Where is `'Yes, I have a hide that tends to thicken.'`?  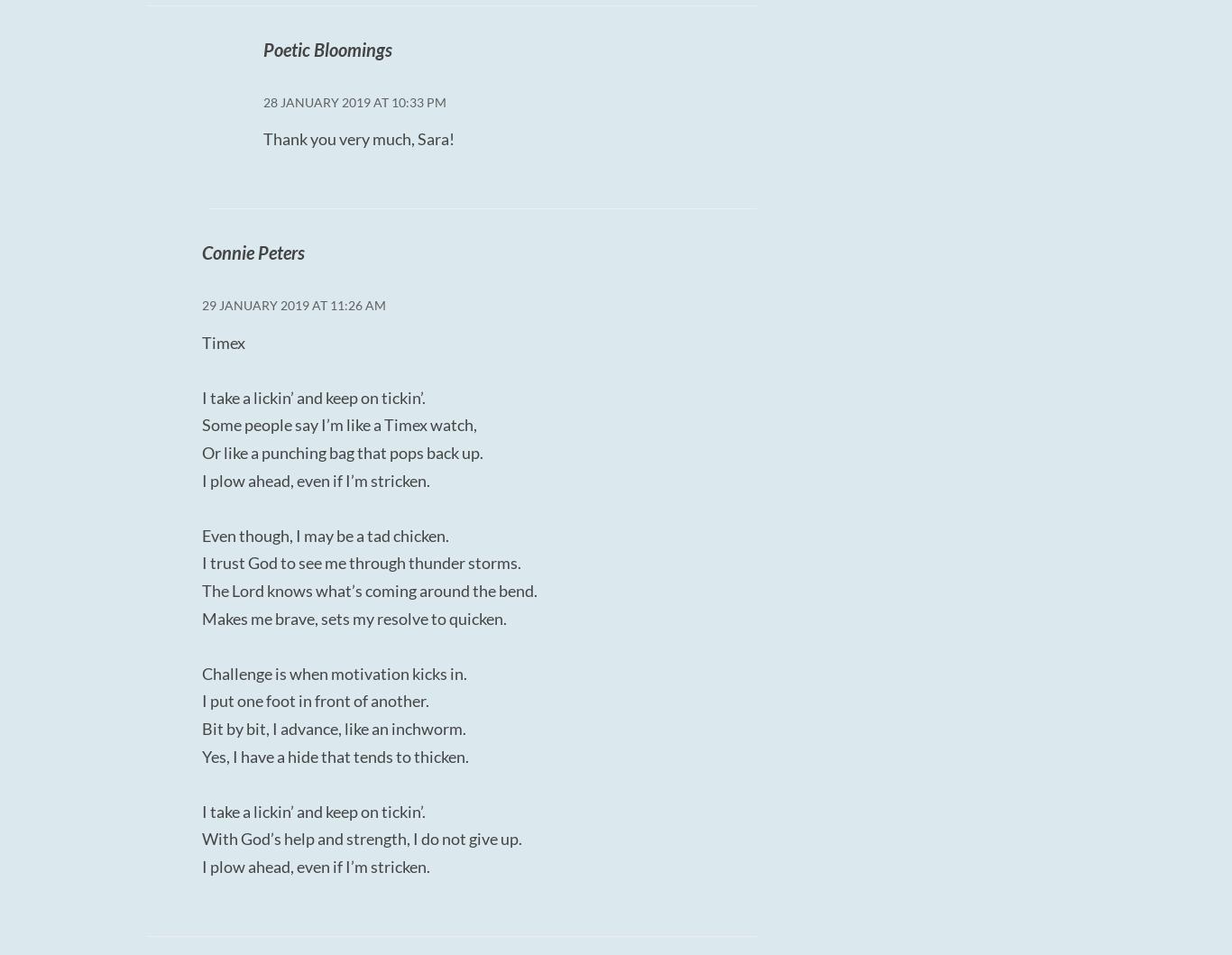
'Yes, I have a hide that tends to thicken.' is located at coordinates (334, 754).